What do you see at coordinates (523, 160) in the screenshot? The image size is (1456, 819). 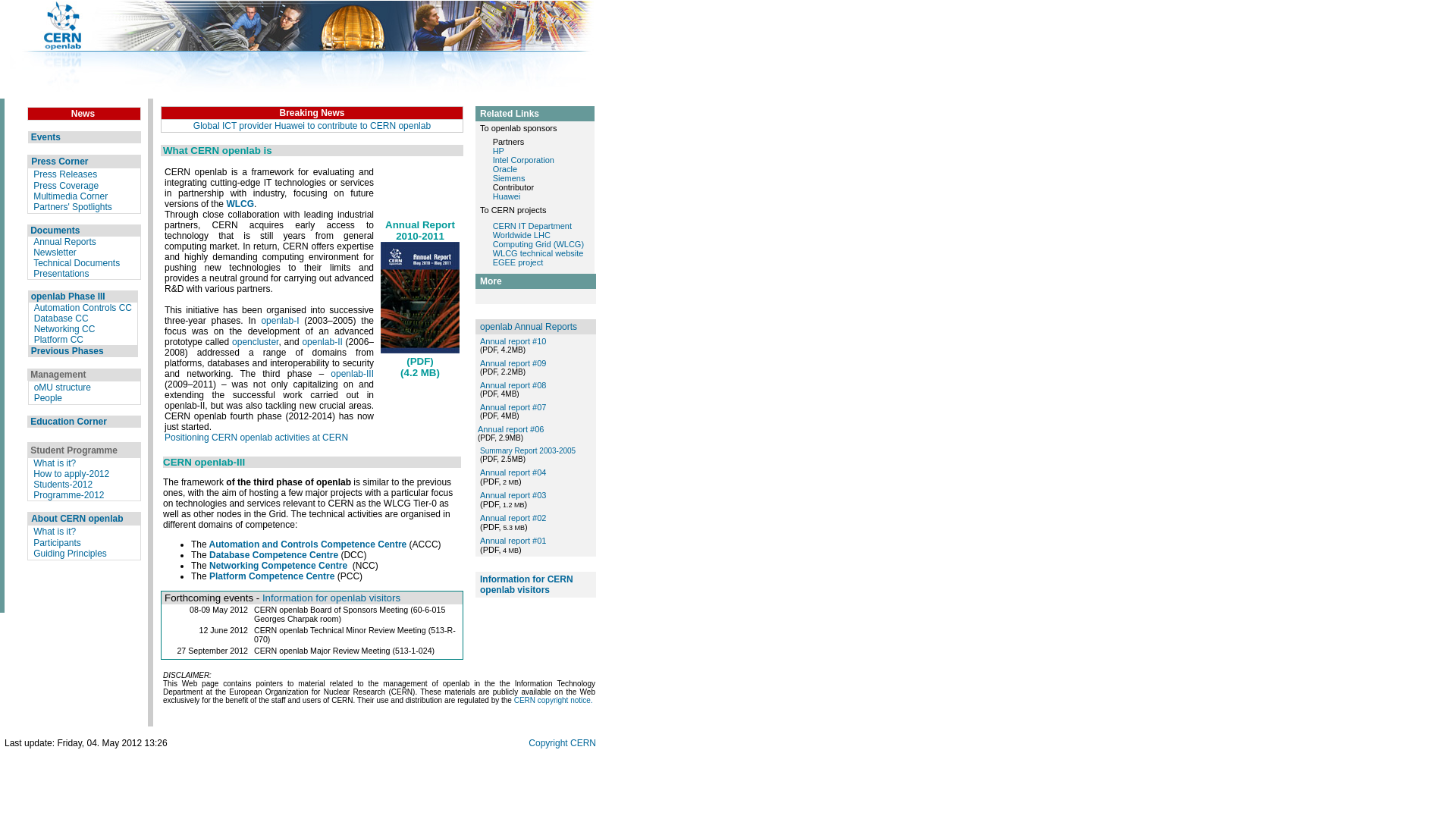 I see `'Intel Corporation'` at bounding box center [523, 160].